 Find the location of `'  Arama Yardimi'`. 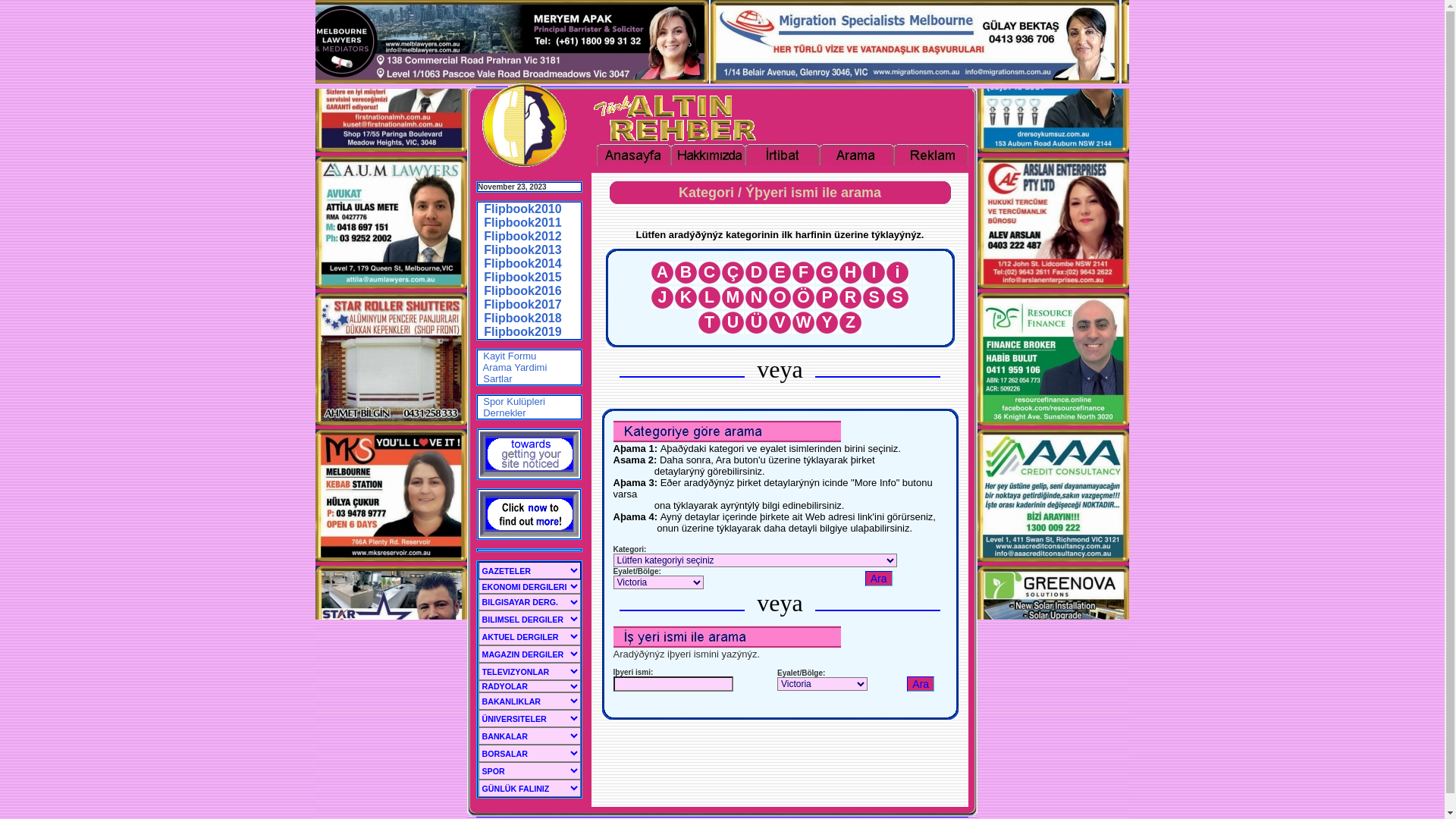

'  Arama Yardimi' is located at coordinates (512, 367).